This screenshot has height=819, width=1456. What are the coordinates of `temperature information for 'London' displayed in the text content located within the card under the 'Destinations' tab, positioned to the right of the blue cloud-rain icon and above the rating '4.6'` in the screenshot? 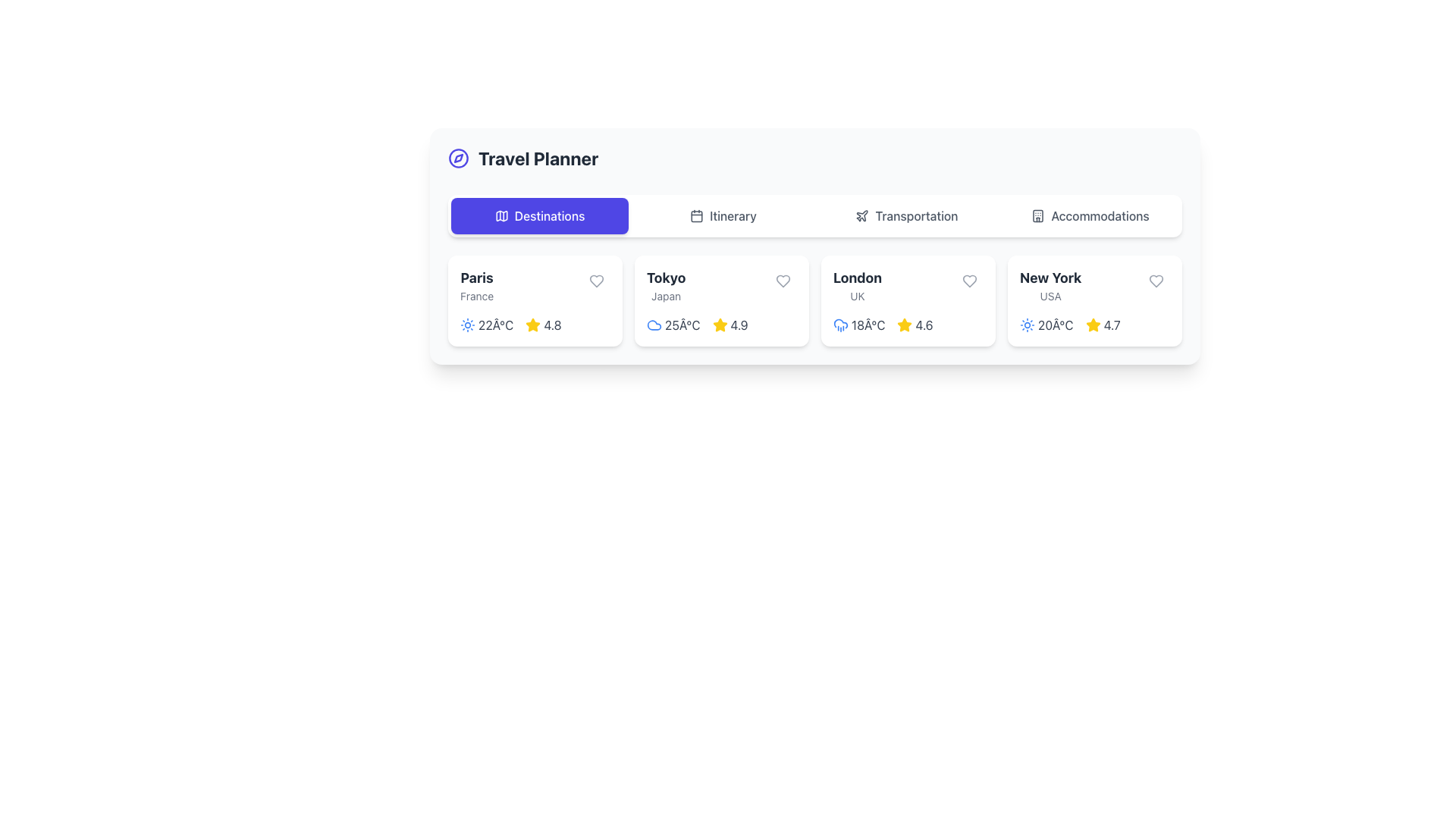 It's located at (859, 324).